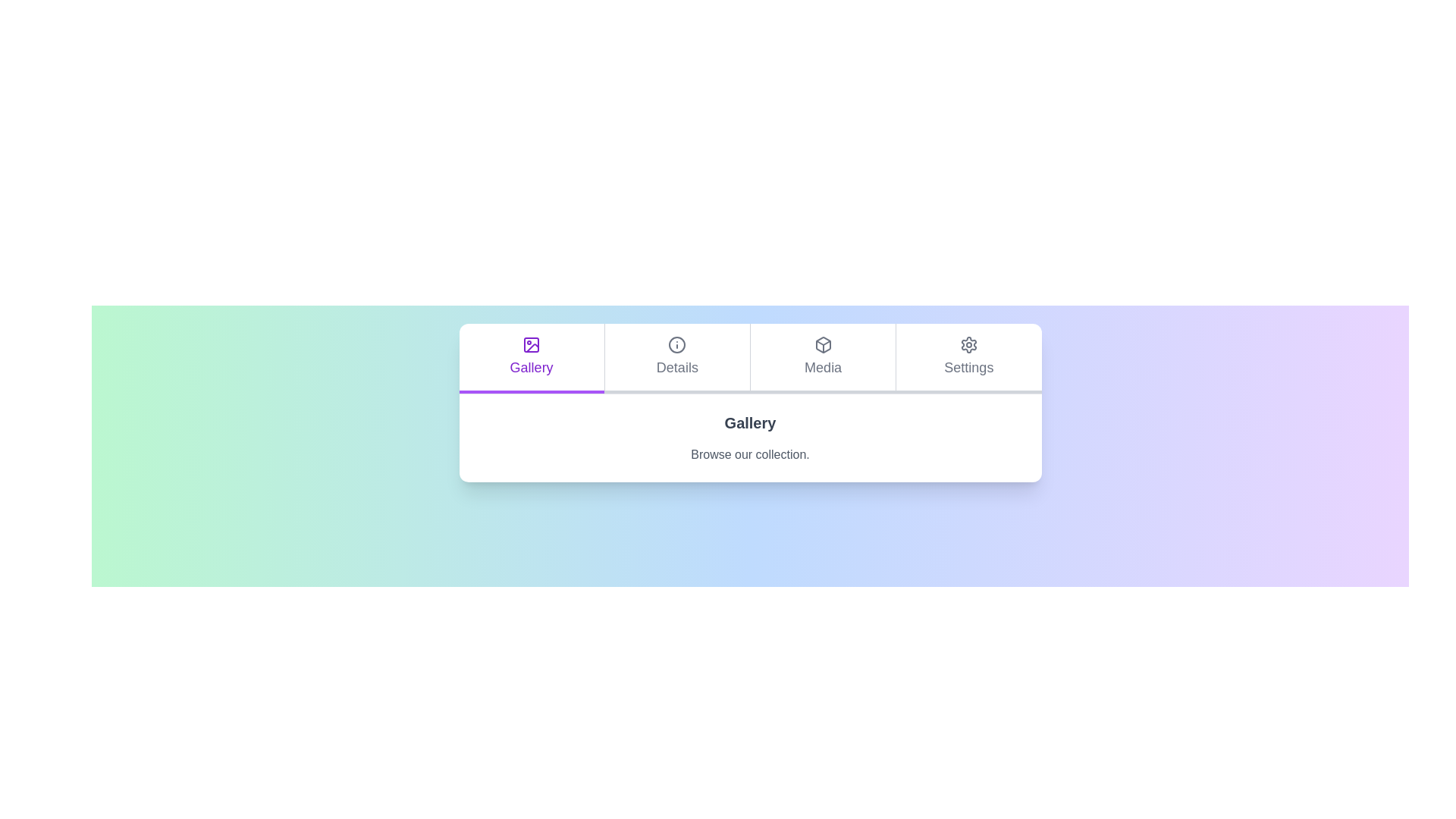  What do you see at coordinates (968, 359) in the screenshot?
I see `the Settings tab by clicking on its label` at bounding box center [968, 359].